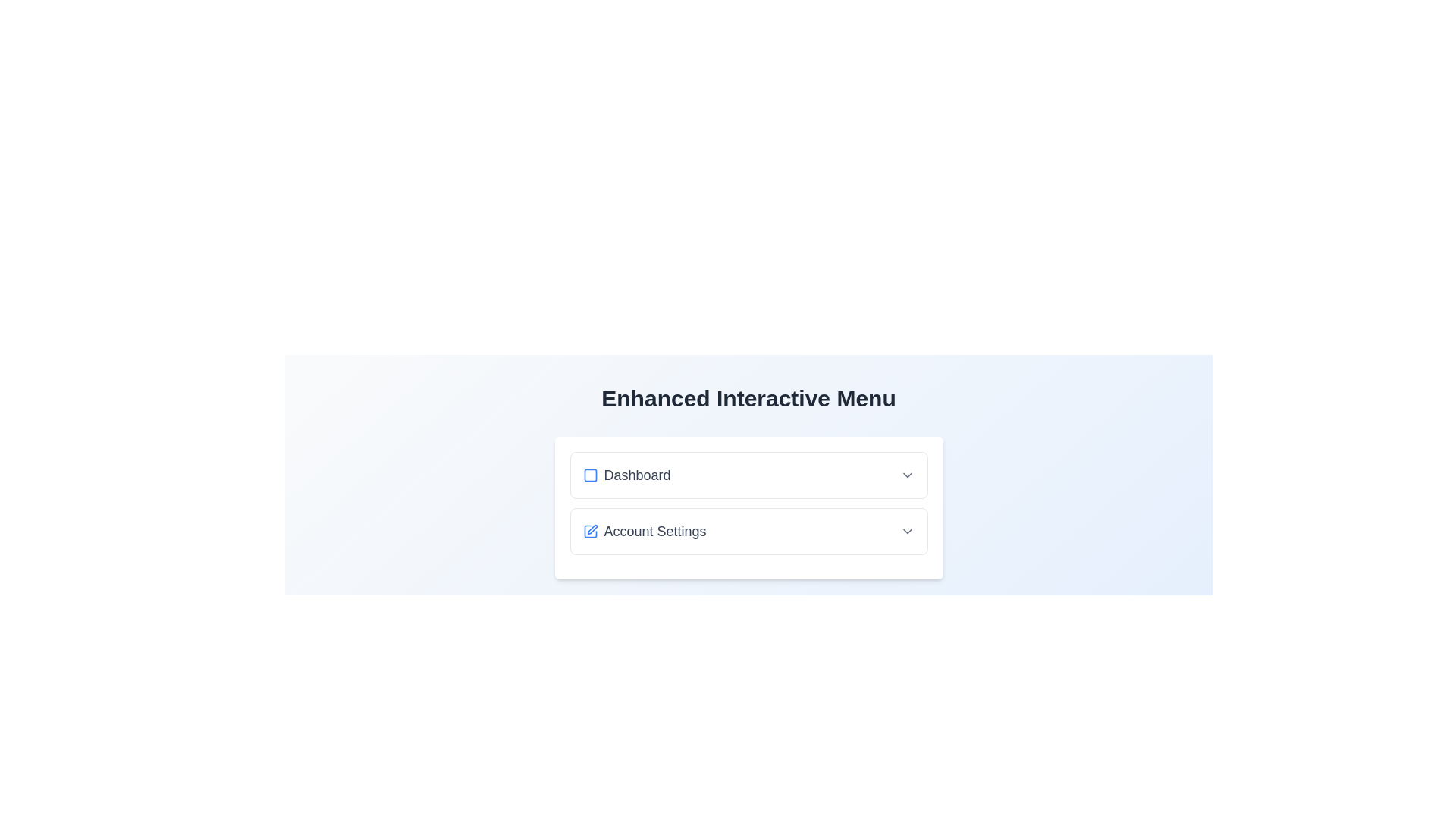 This screenshot has width=1456, height=819. Describe the element at coordinates (626, 475) in the screenshot. I see `the 'Dashboard' menu item text` at that location.